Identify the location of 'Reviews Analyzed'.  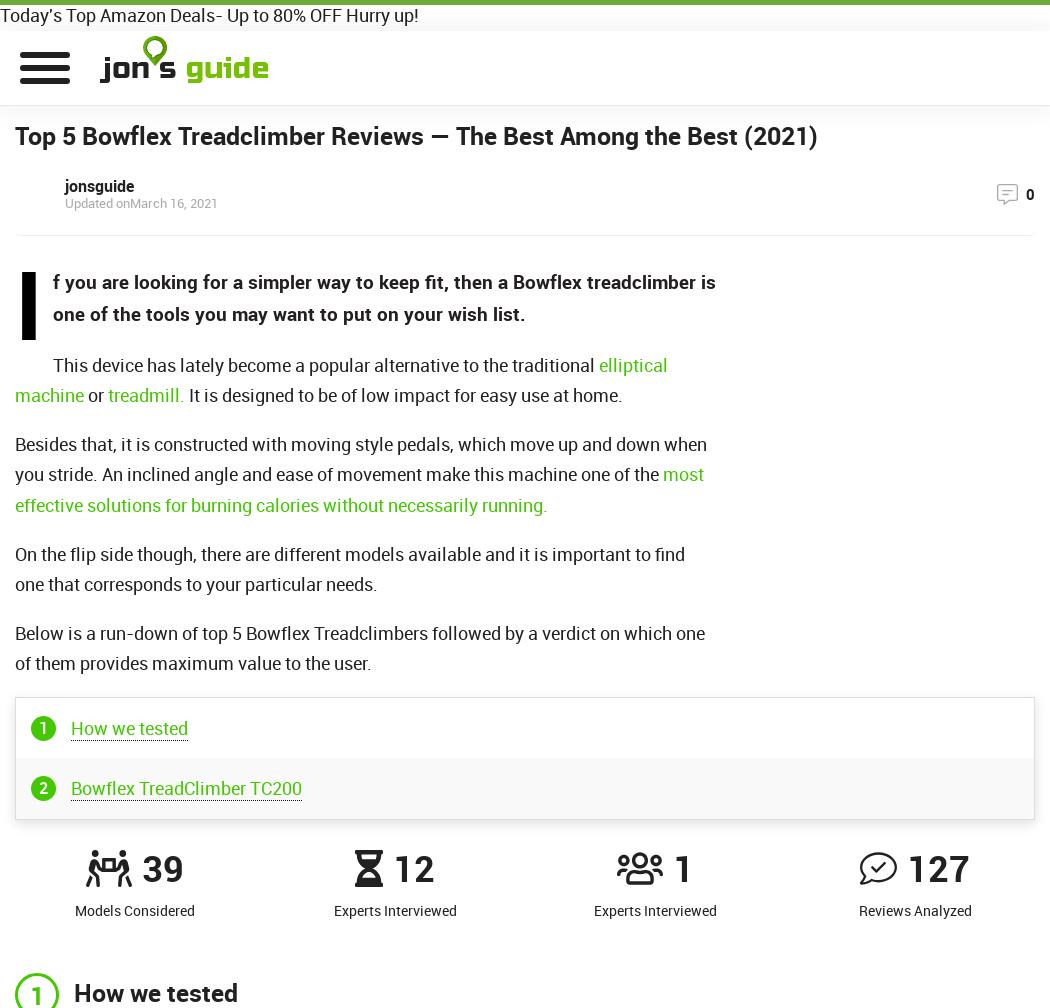
(857, 910).